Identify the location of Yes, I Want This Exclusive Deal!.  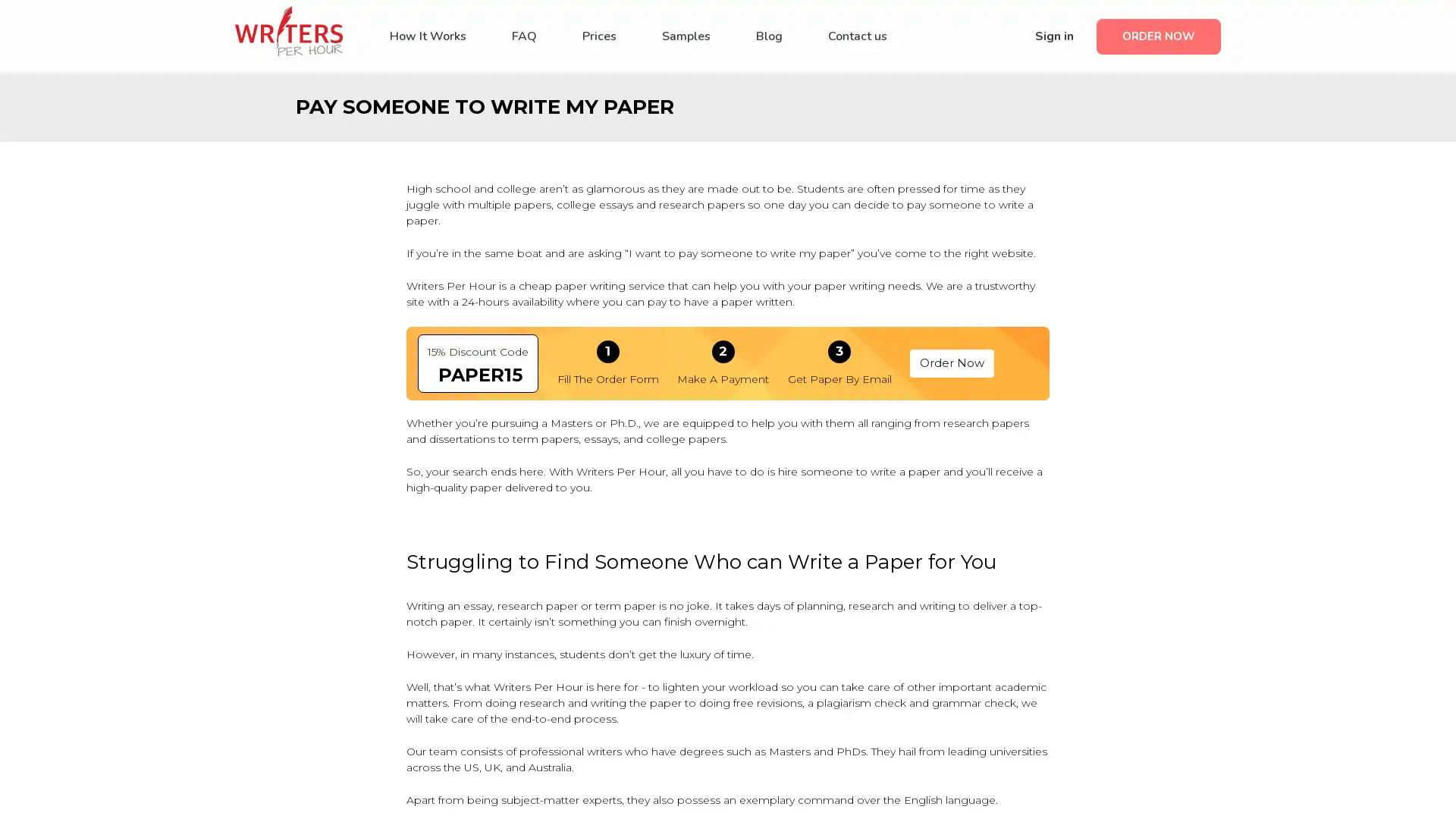
(728, 459).